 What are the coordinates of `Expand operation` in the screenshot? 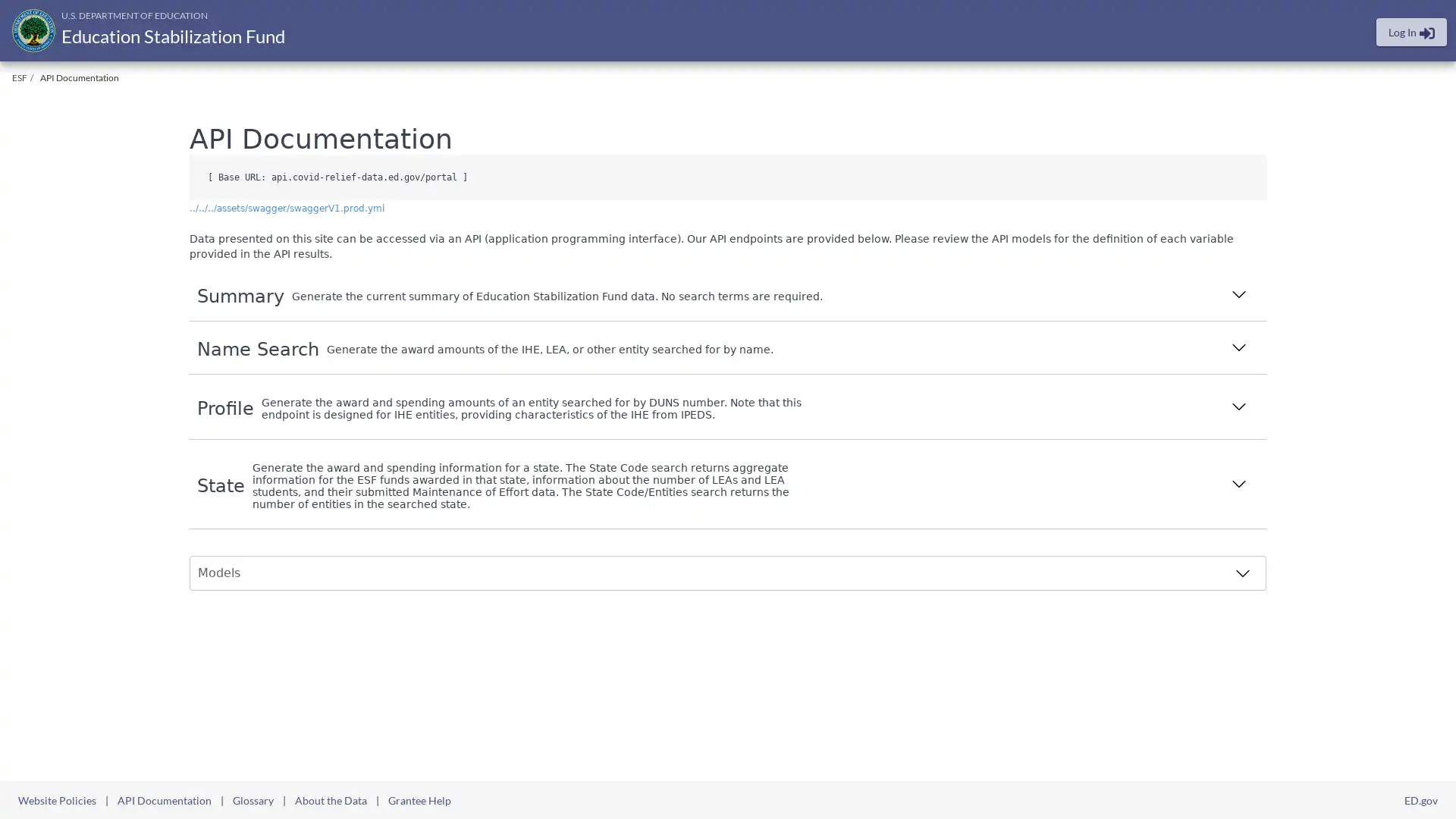 It's located at (1238, 296).